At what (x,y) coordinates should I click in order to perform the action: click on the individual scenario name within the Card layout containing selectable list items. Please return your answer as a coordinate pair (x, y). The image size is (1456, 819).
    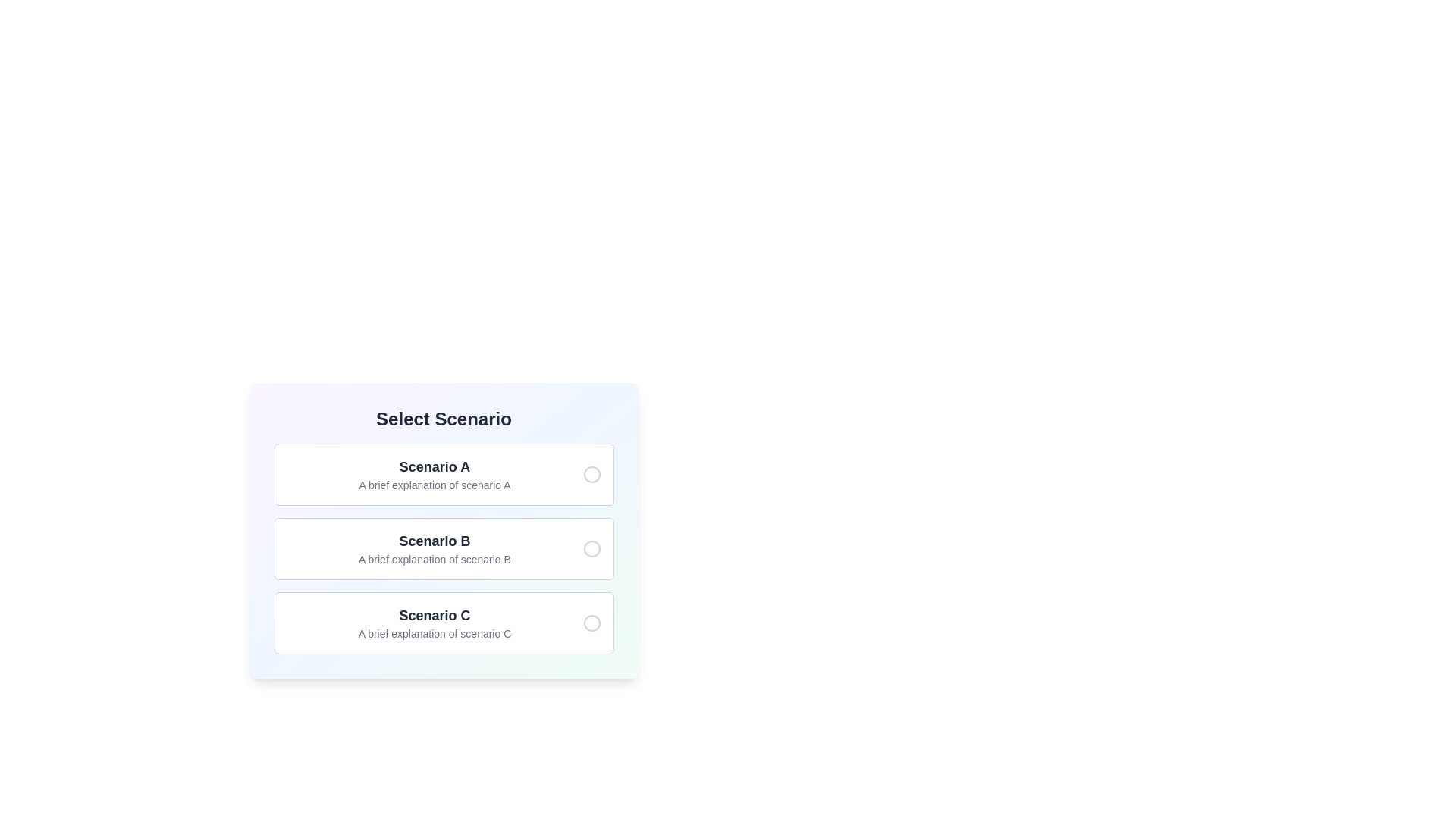
    Looking at the image, I should click on (443, 529).